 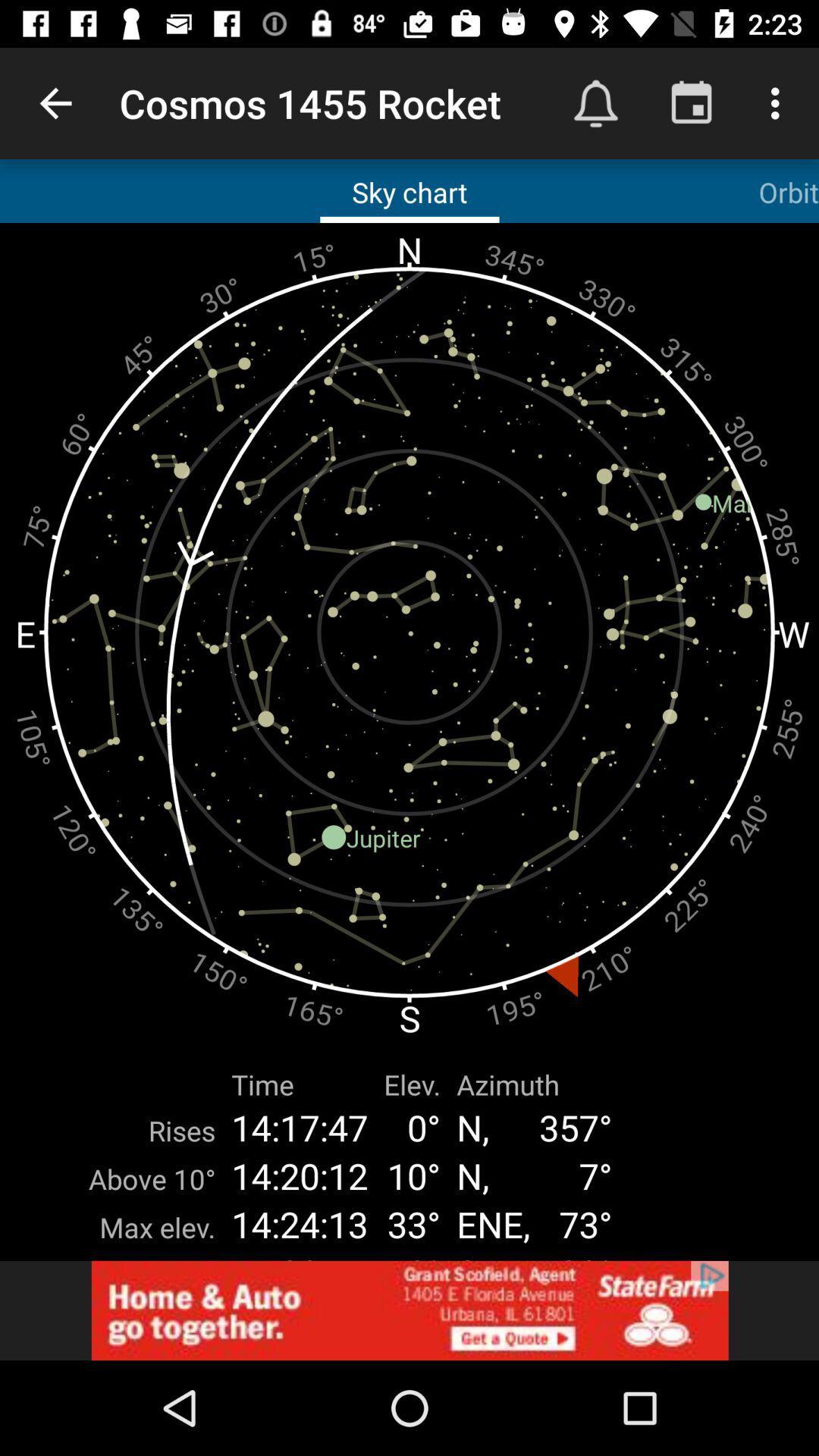 I want to click on the bell button at the top of the page, so click(x=595, y=103).